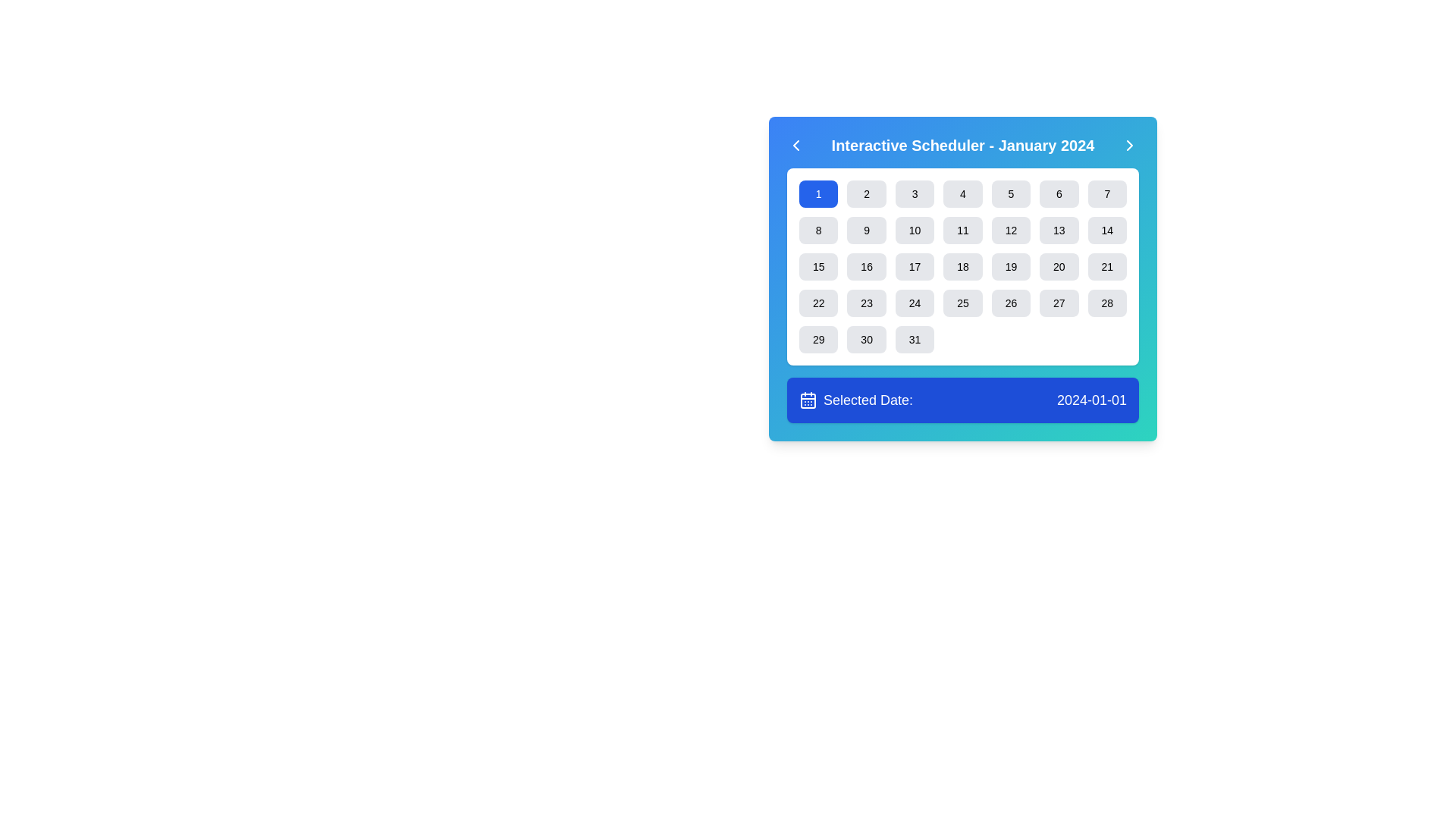 Image resolution: width=1456 pixels, height=819 pixels. I want to click on the rectangular button with rounded corners containing the number '29', so click(817, 338).